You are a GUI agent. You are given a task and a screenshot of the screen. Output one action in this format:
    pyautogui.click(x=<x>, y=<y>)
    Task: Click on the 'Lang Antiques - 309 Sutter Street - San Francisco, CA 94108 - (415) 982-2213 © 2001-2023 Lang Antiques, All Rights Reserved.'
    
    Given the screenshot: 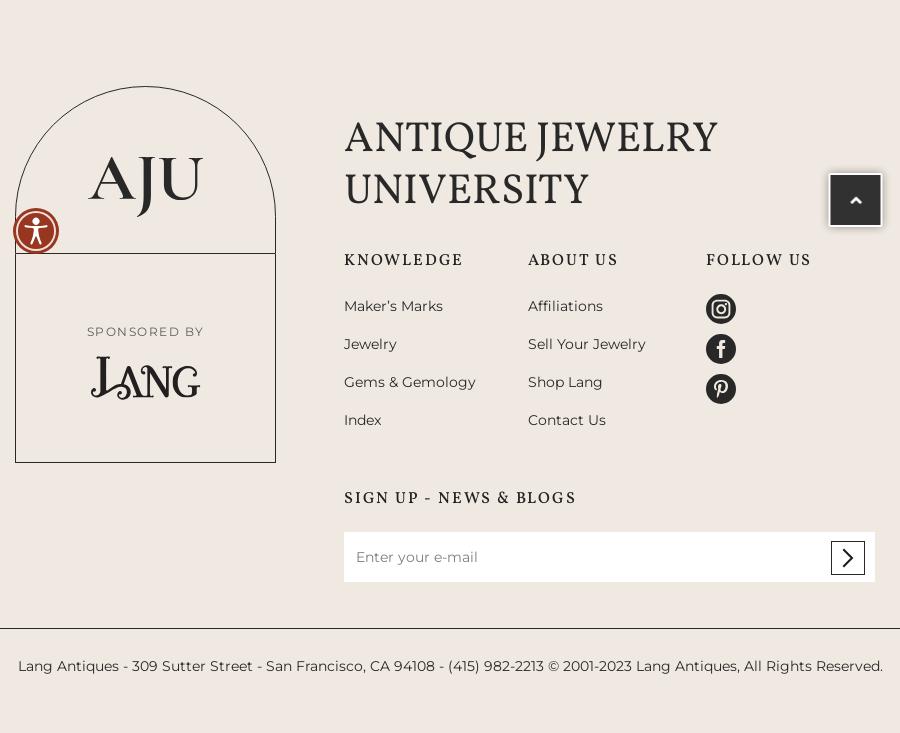 What is the action you would take?
    pyautogui.click(x=449, y=666)
    